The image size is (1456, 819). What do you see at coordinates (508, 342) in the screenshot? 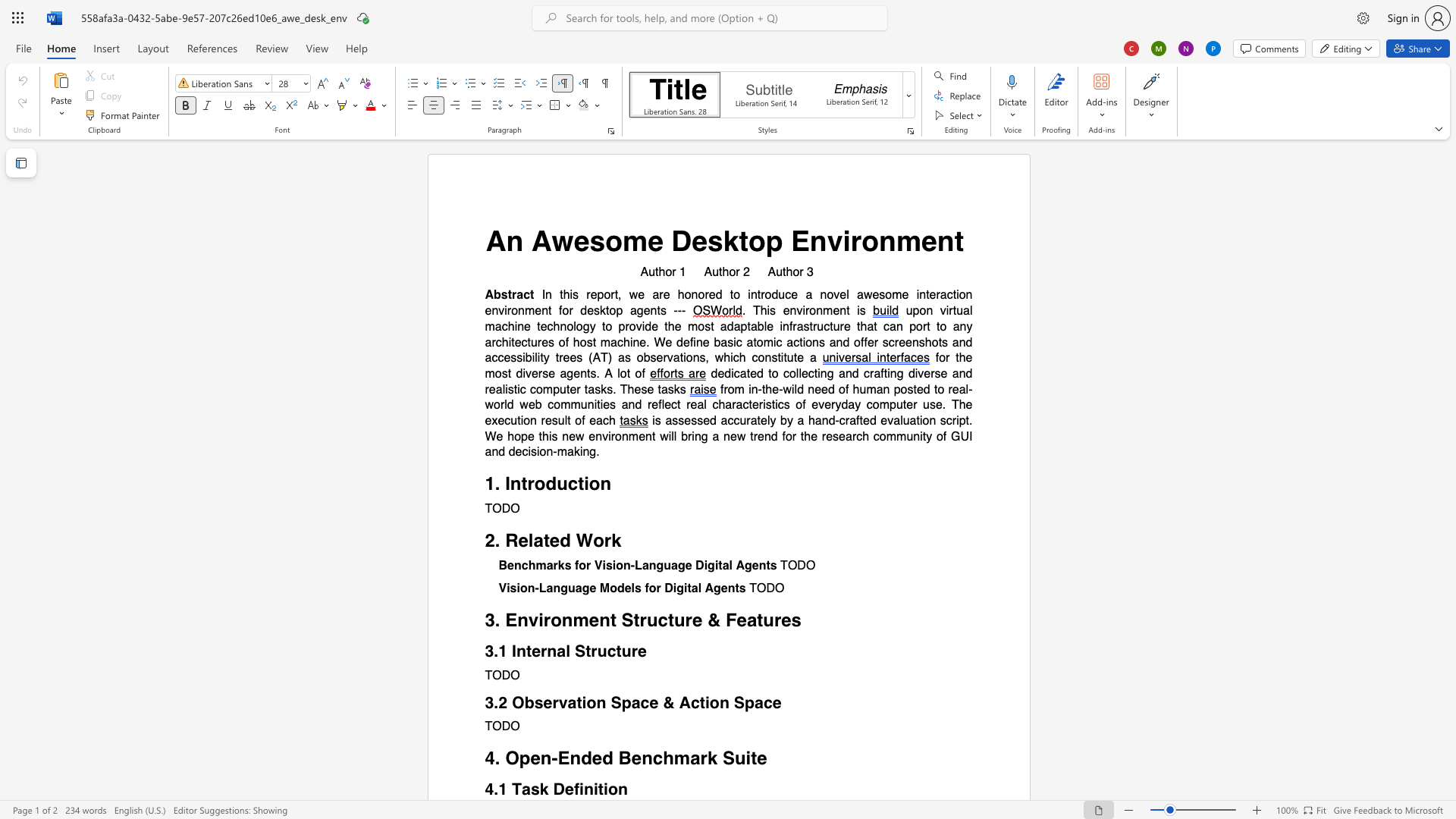
I see `the subset text "itecture" within the text "upon virtual machine technology to provide the most adaptable infrastructure that can port to any architectures of host machine. We define basic atomic actions and offer screenshots and accessibility trees (AT) as observations, which"` at bounding box center [508, 342].